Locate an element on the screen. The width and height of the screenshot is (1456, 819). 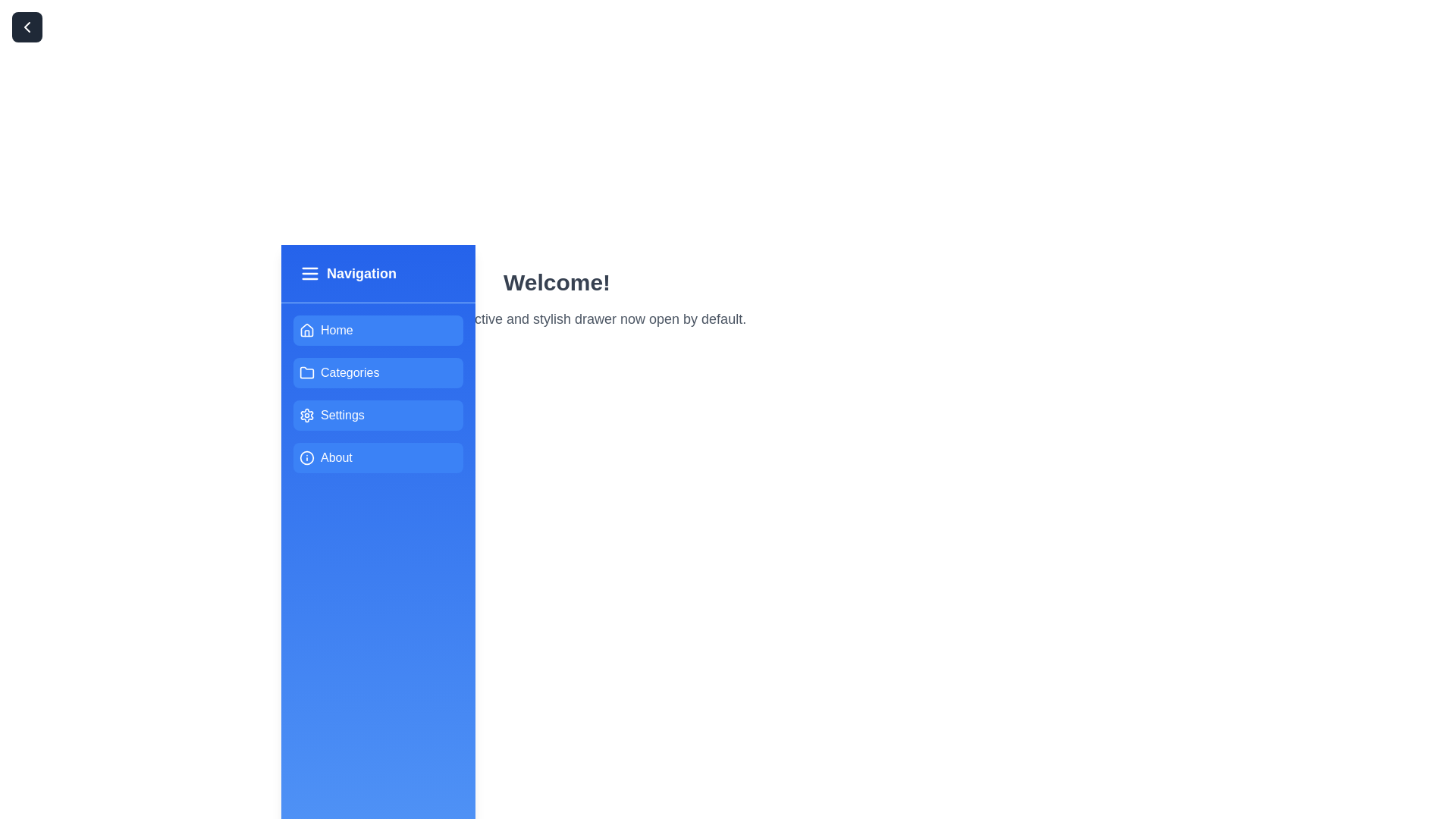
the folder icon associated with the 'Categories' menu item, located in the blue vertical navigation panel on the left side of the interface is located at coordinates (306, 373).